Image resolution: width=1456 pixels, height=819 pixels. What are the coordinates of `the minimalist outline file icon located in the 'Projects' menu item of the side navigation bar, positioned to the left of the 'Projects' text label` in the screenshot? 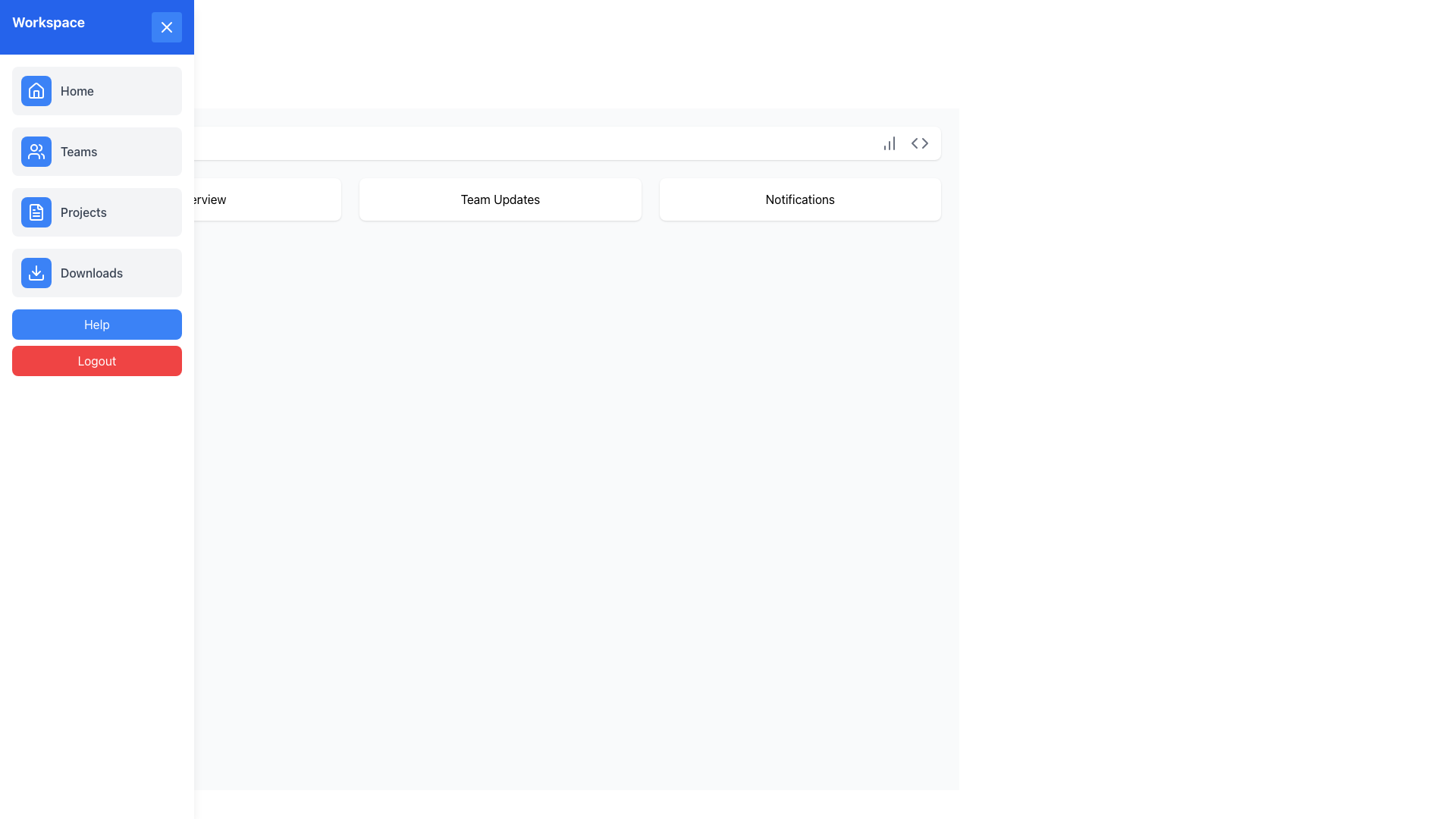 It's located at (36, 212).